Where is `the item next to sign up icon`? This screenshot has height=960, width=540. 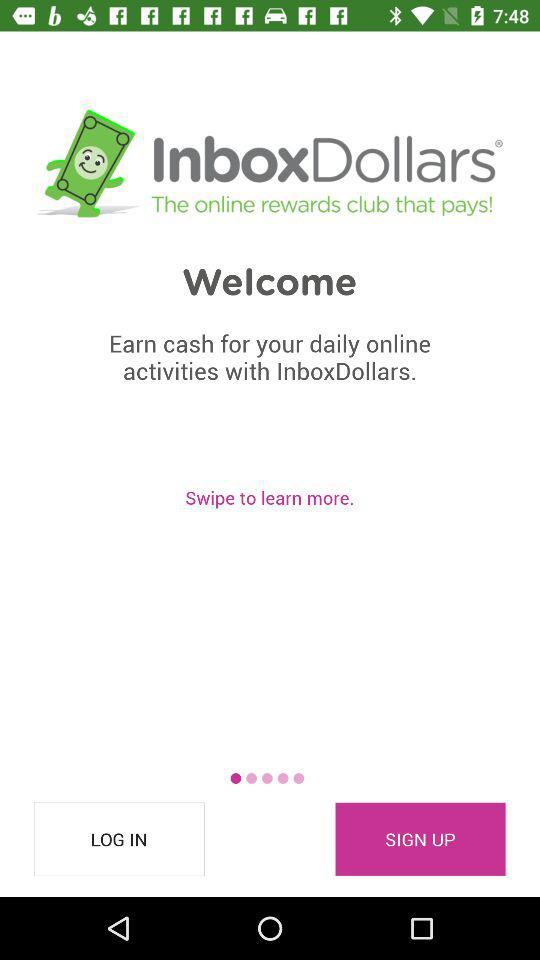 the item next to sign up icon is located at coordinates (119, 839).